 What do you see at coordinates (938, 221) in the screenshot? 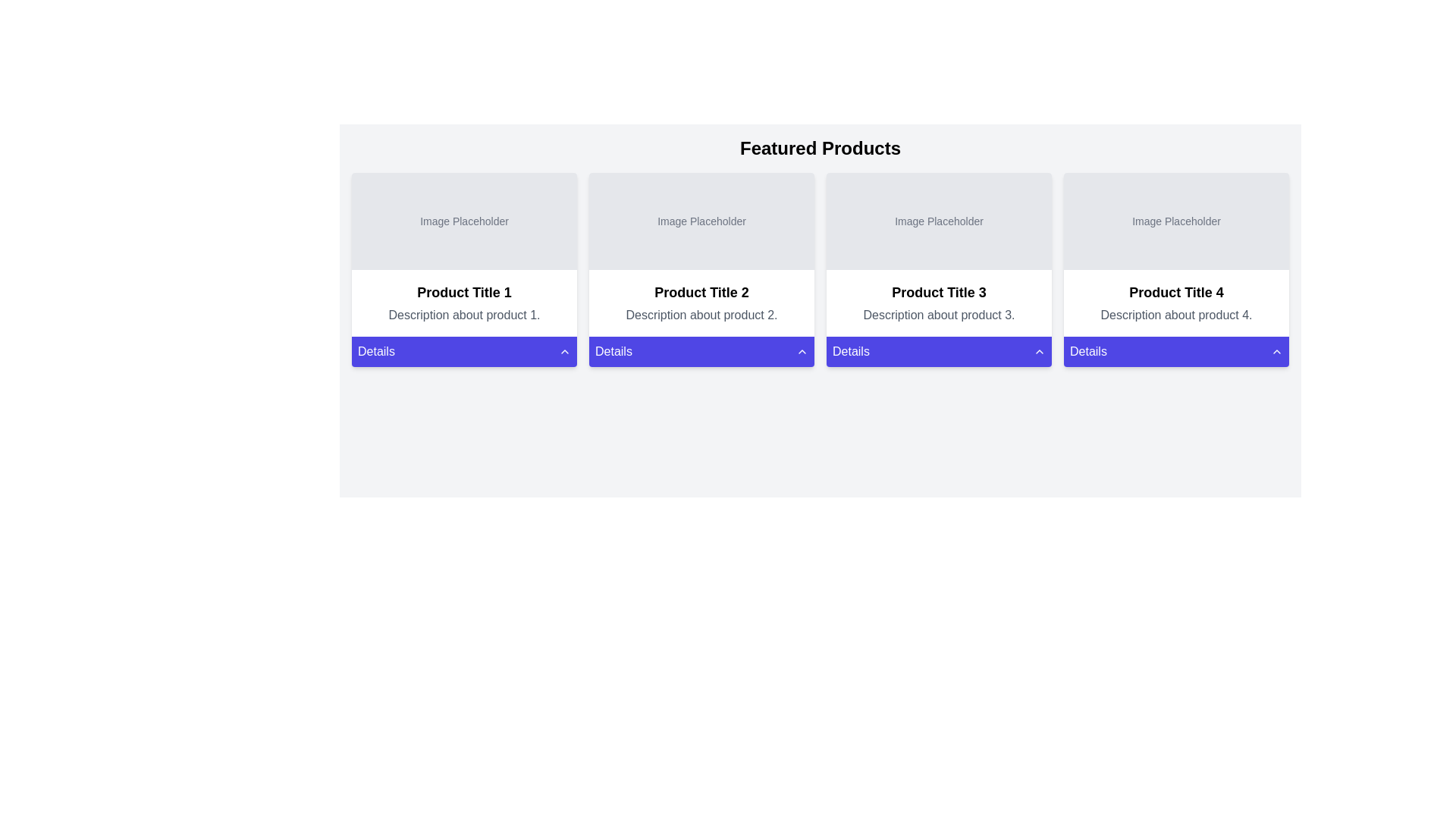
I see `the static text label reading 'Image Placeholder' located at the top-center of the third product card in a grid layout` at bounding box center [938, 221].